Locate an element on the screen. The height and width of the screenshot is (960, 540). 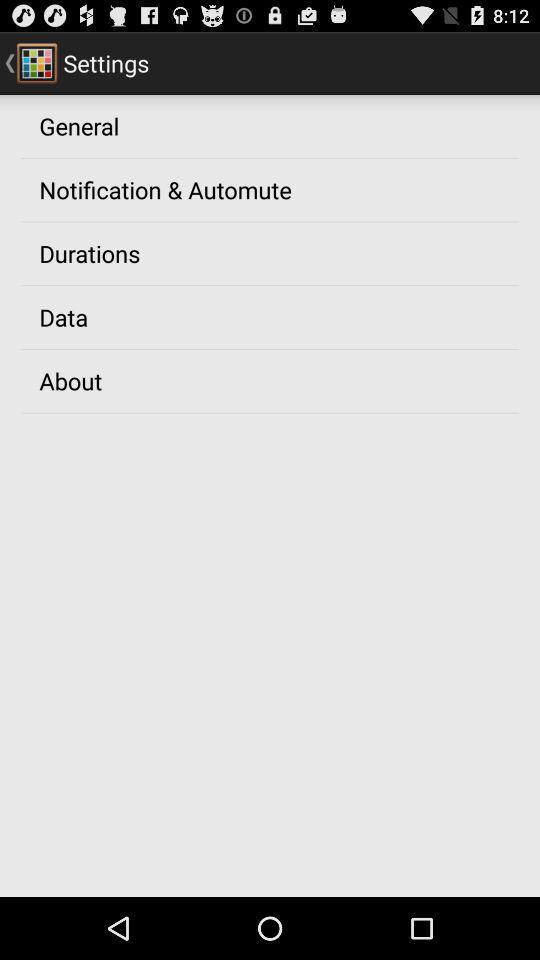
icon below notification & automute item is located at coordinates (88, 252).